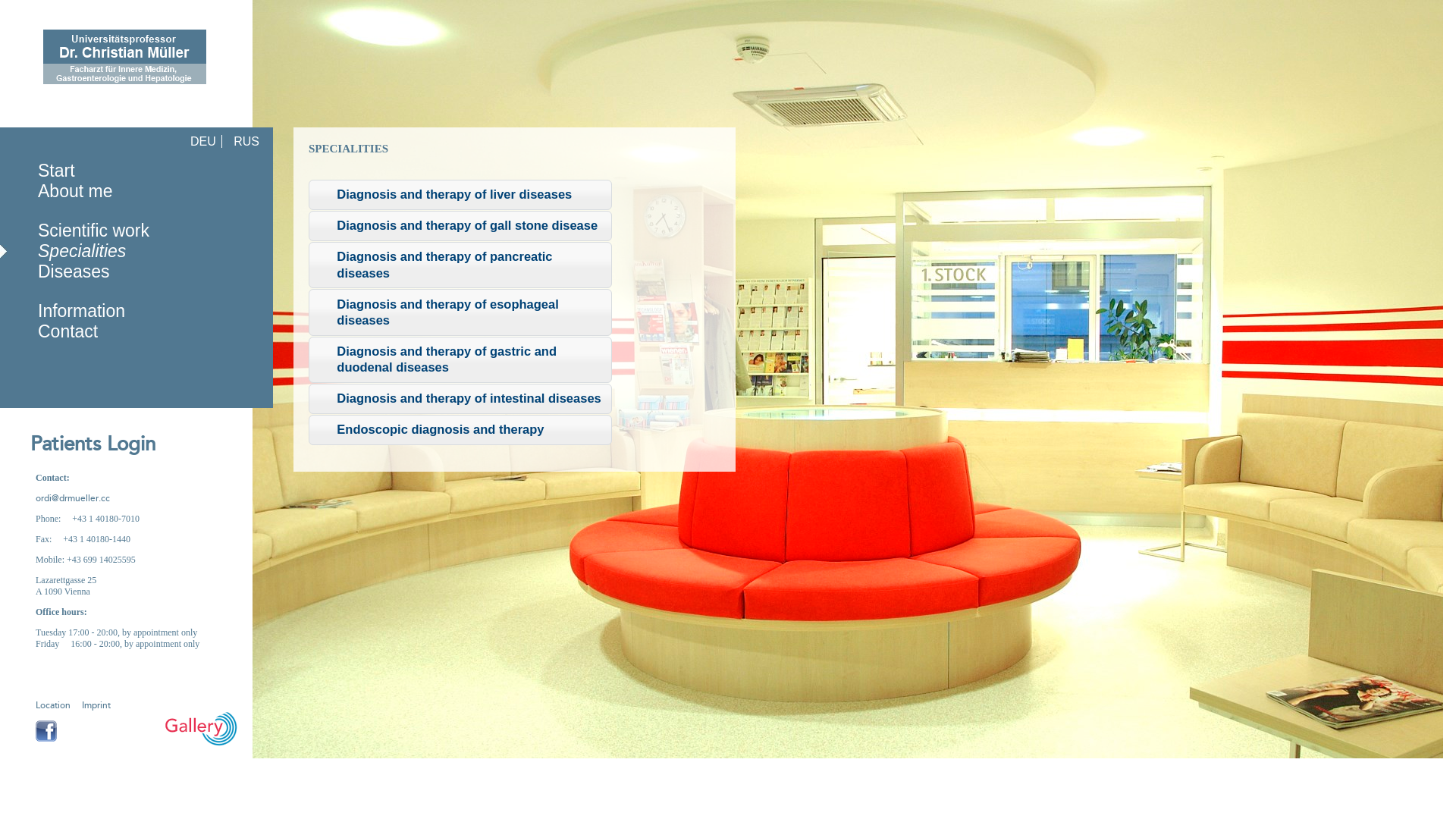 This screenshot has height=819, width=1456. I want to click on 'Imprint', so click(81, 705).